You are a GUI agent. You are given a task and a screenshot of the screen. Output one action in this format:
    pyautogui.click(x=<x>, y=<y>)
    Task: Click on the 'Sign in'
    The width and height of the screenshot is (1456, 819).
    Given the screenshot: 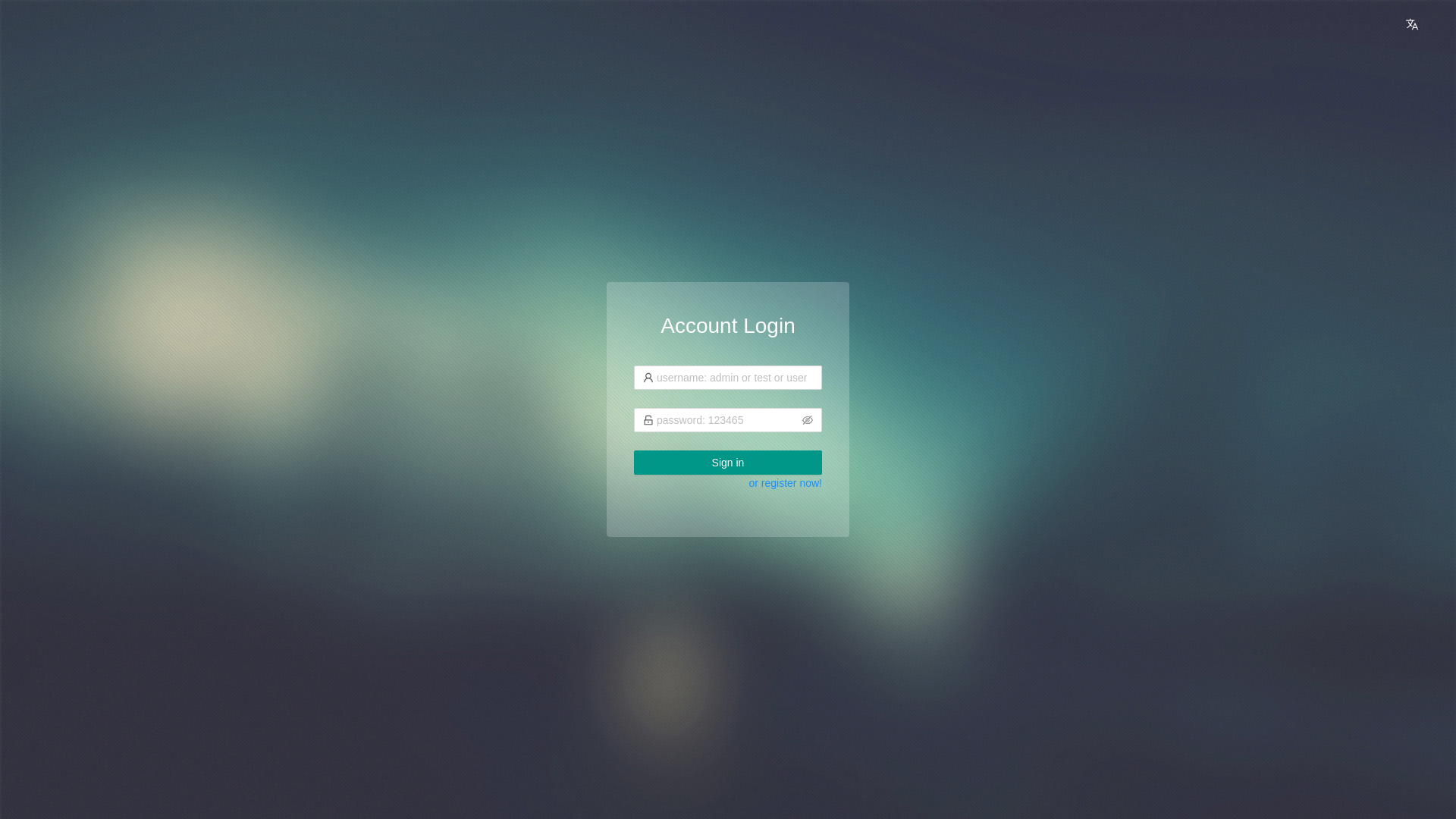 What is the action you would take?
    pyautogui.click(x=728, y=461)
    